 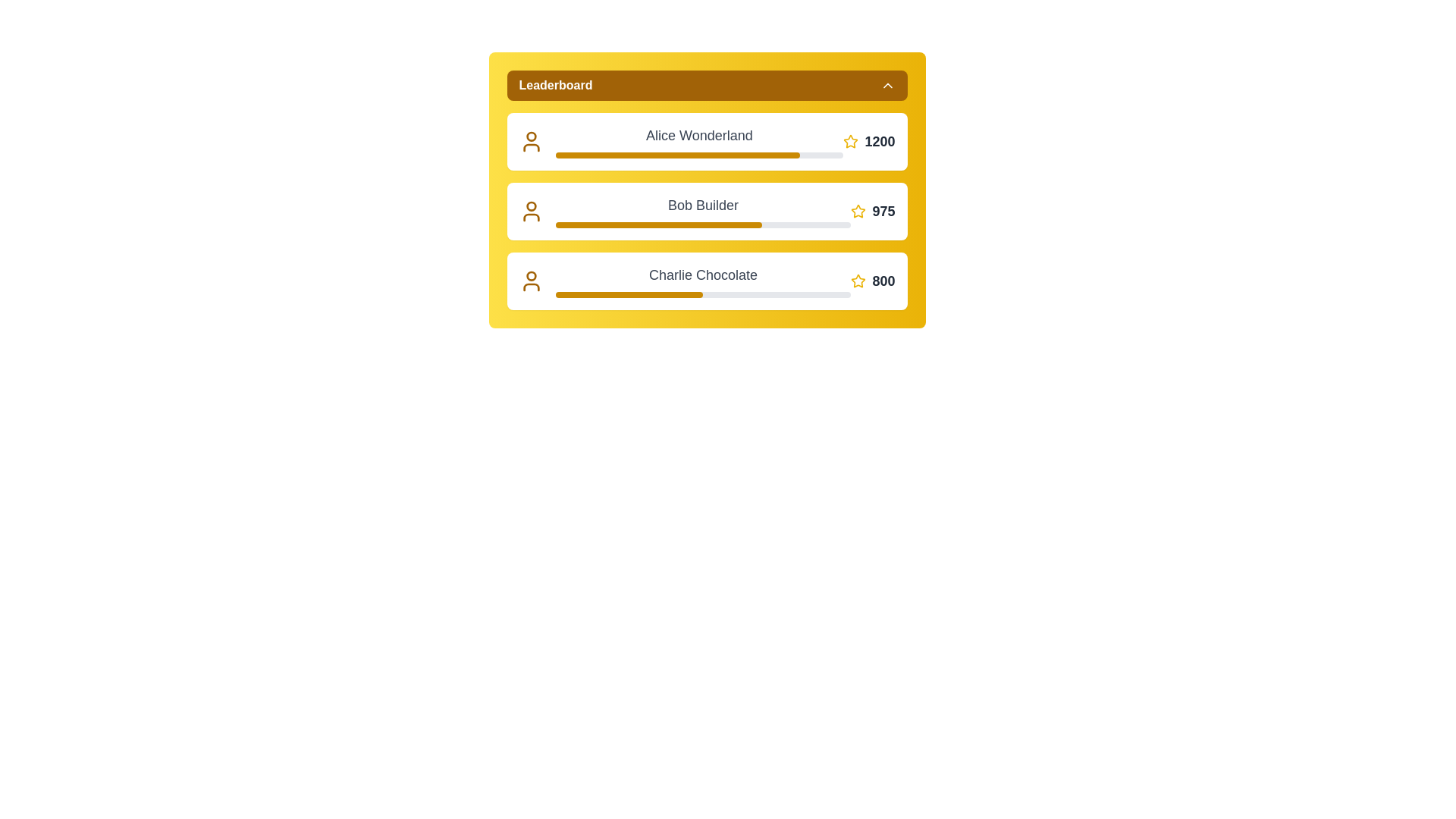 What do you see at coordinates (658, 225) in the screenshot?
I see `the yellow progress bar segment representing the progress of 'Bob Builder' on the leaderboard` at bounding box center [658, 225].